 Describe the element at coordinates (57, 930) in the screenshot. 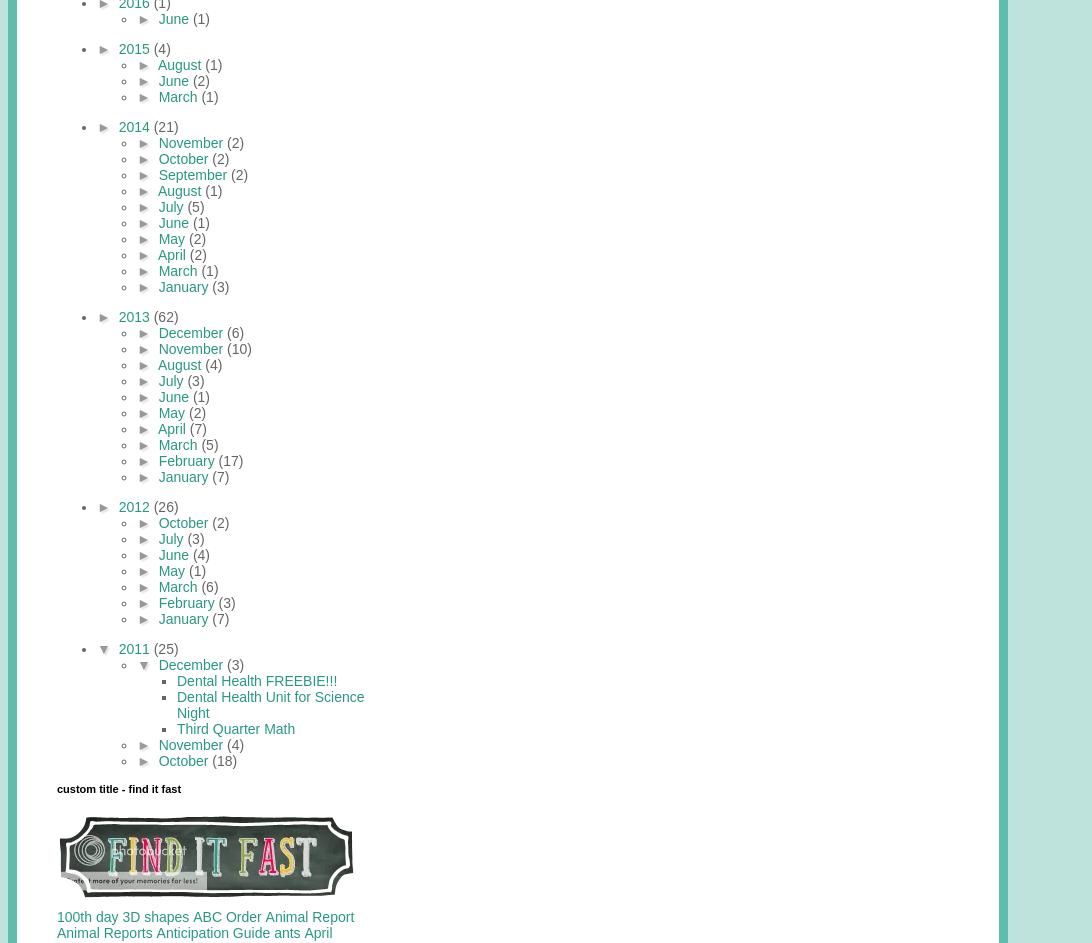

I see `'Animal Reports'` at that location.